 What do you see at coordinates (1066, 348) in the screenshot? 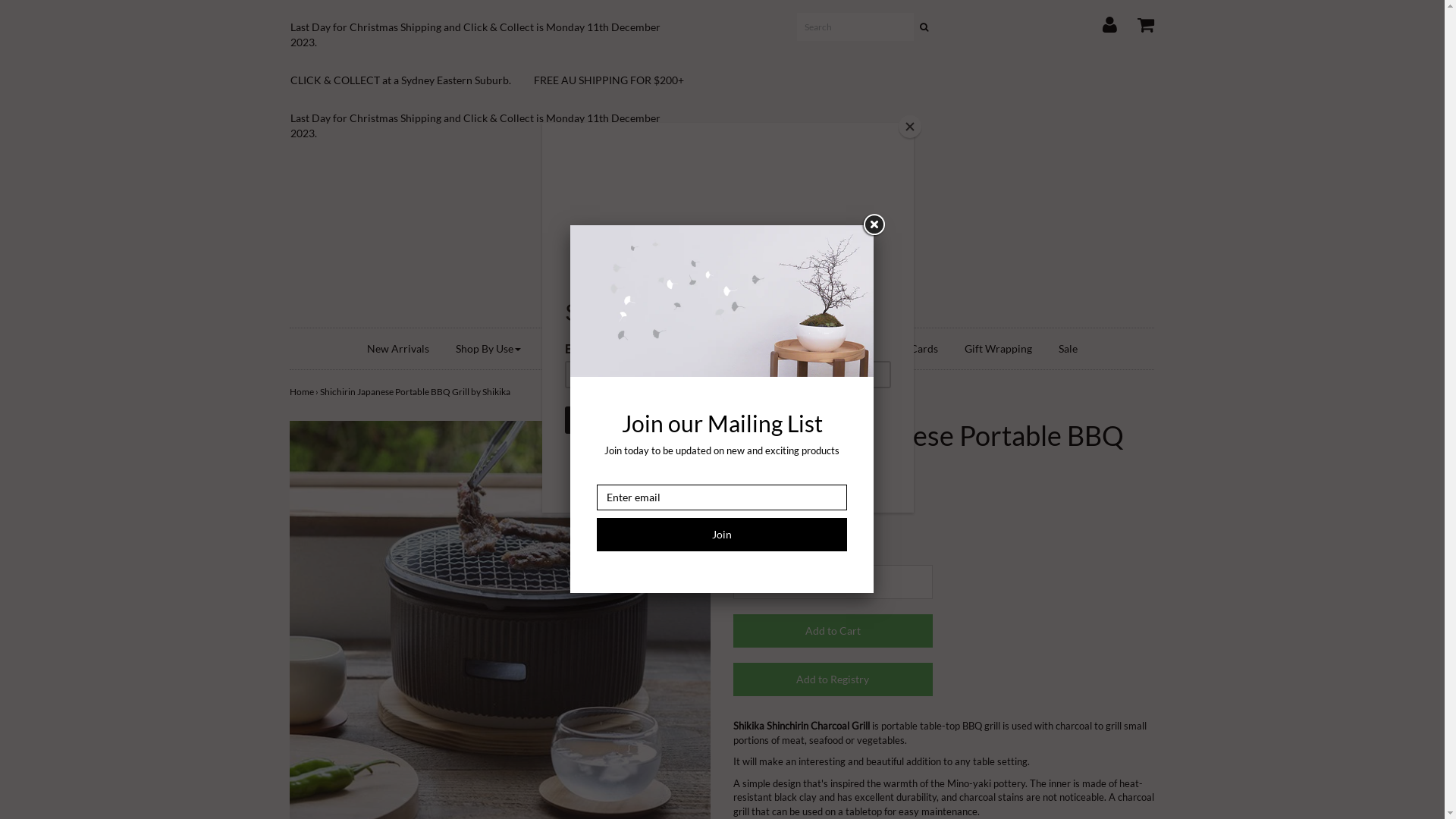
I see `'Sale'` at bounding box center [1066, 348].